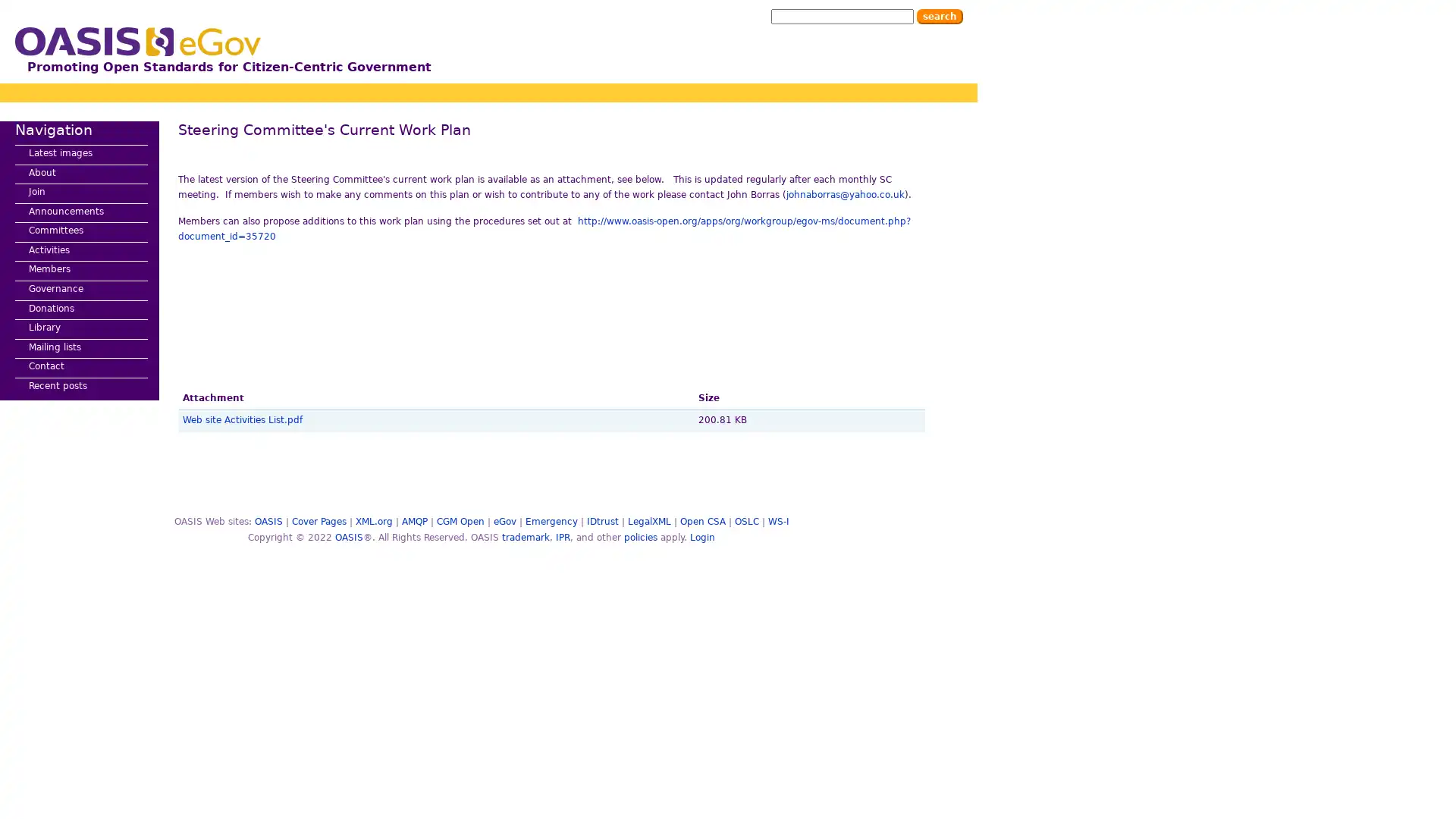 The width and height of the screenshot is (1456, 819). Describe the element at coordinates (939, 17) in the screenshot. I see `Search` at that location.